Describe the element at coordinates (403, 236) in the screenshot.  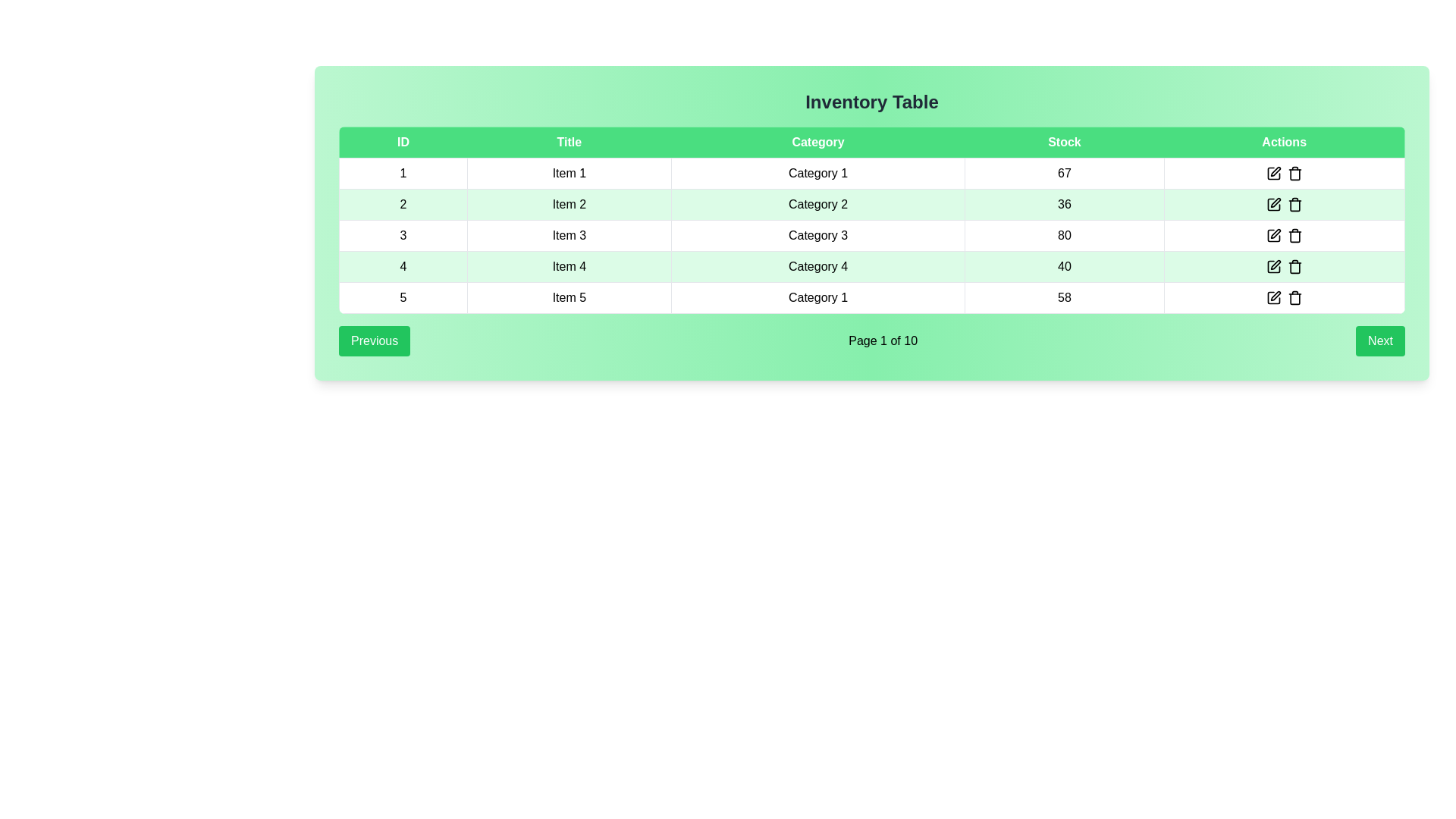
I see `the table cell displaying the ID of the item in the third row and first column of the table, located under the 'ID' header` at that location.